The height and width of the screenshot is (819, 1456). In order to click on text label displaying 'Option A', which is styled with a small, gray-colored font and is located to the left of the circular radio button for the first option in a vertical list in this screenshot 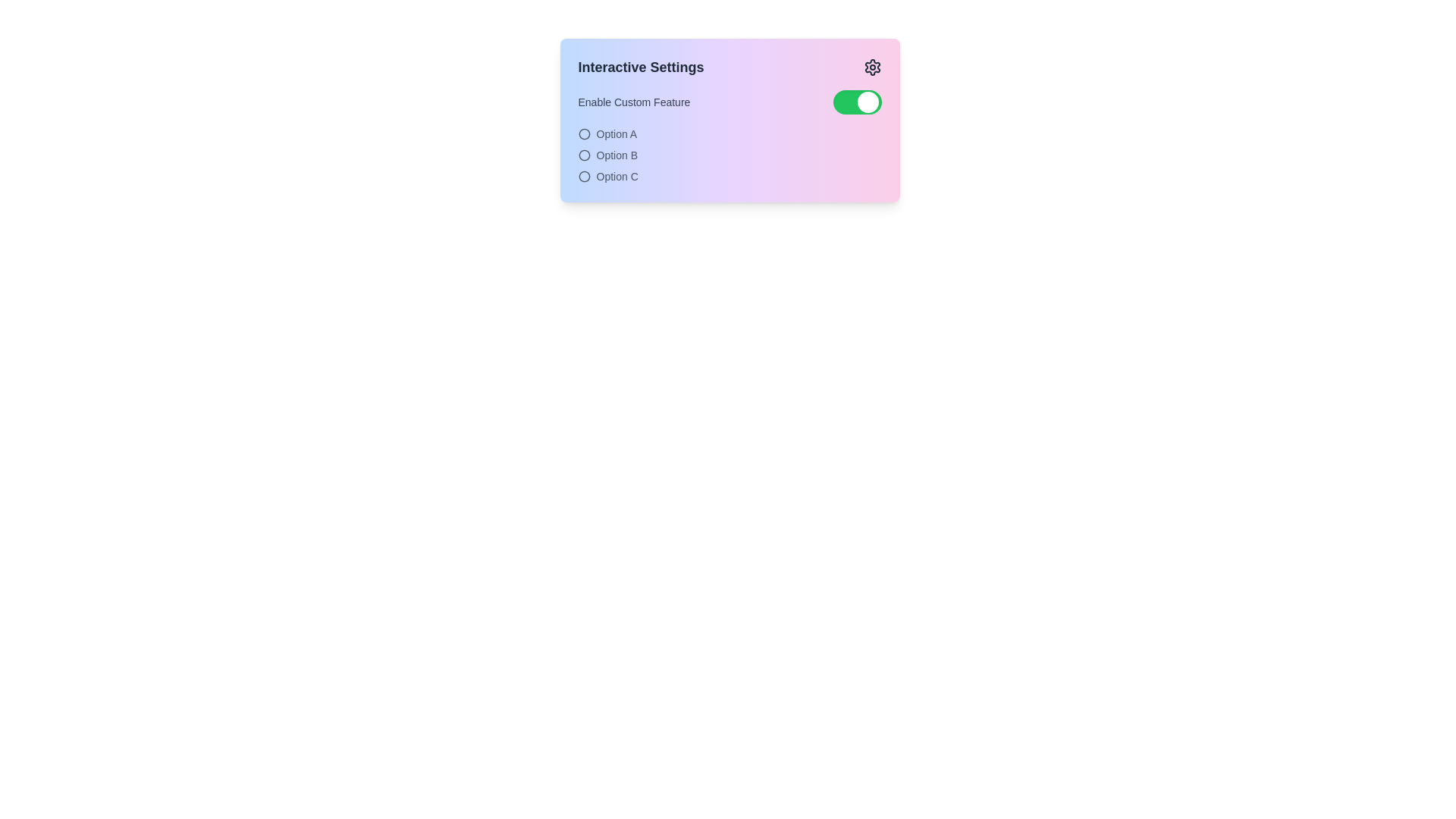, I will do `click(617, 133)`.